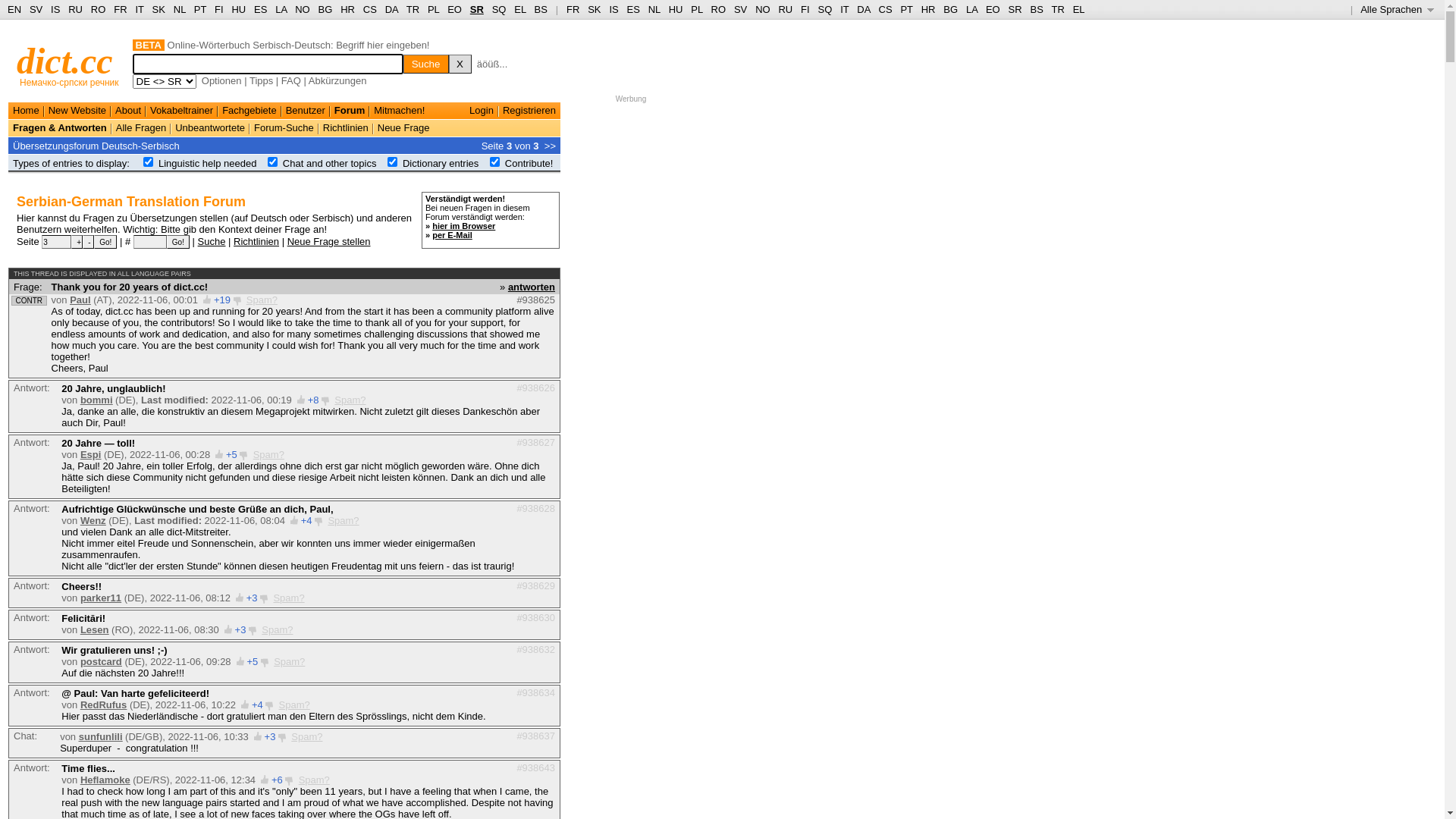  I want to click on '#938626', so click(535, 387).